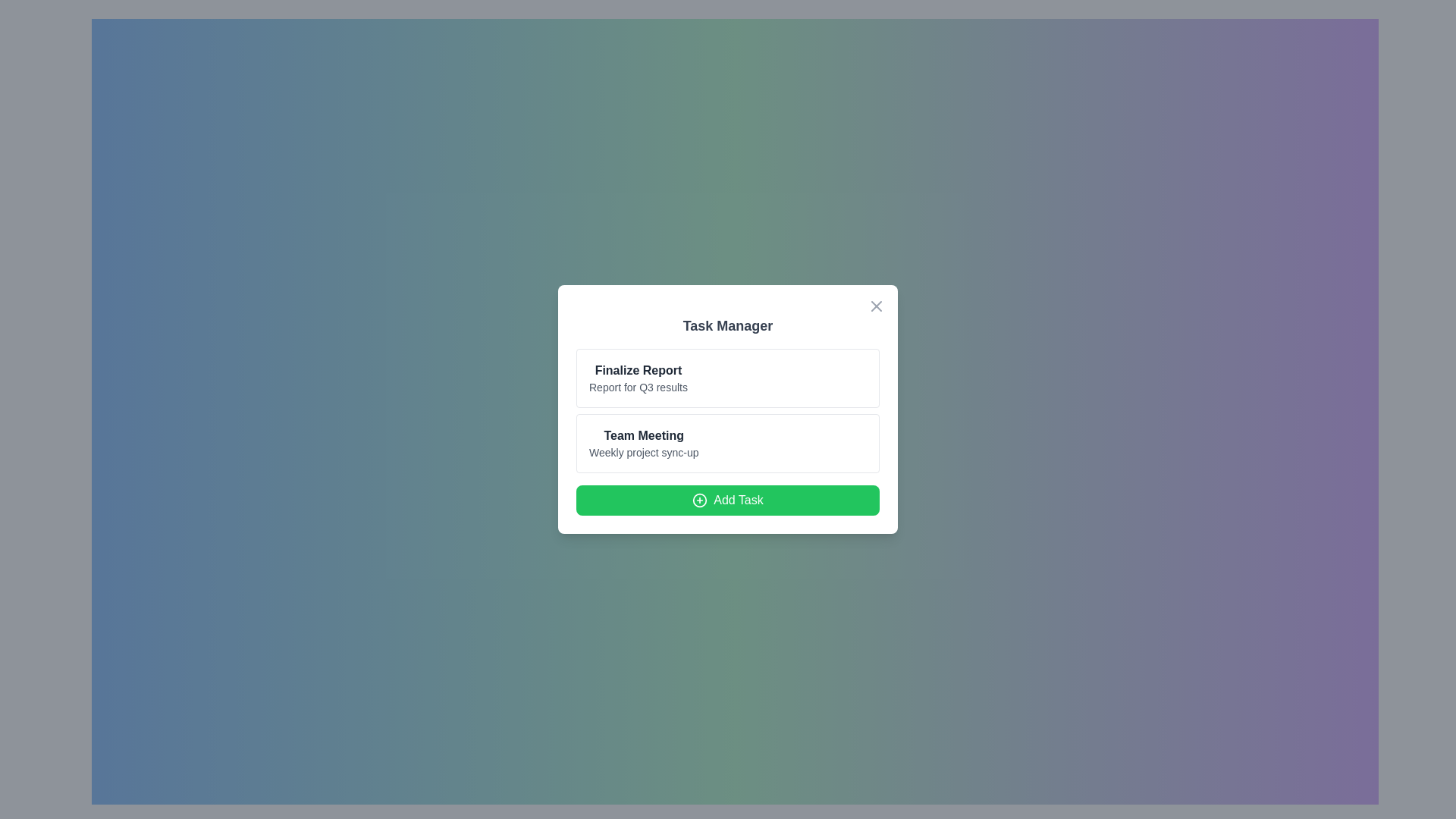 The width and height of the screenshot is (1456, 819). I want to click on text content of the Text label displaying 'Team Meeting' and 'Weekly project sync-up', which is the second task item in the task management interface located within a white, rounded rectangular section, so click(644, 444).